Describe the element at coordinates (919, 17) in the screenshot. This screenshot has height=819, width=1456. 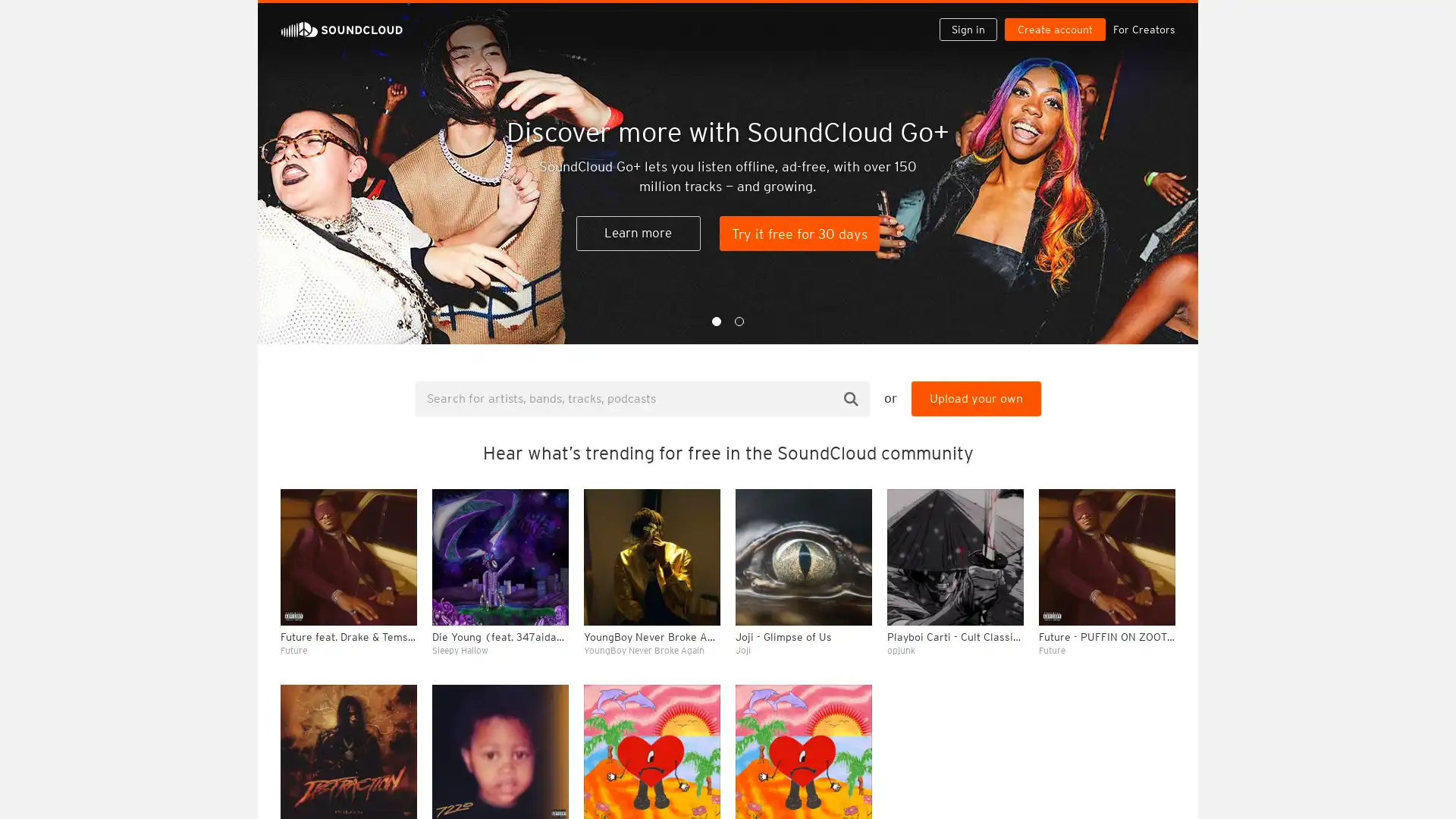
I see `Search` at that location.